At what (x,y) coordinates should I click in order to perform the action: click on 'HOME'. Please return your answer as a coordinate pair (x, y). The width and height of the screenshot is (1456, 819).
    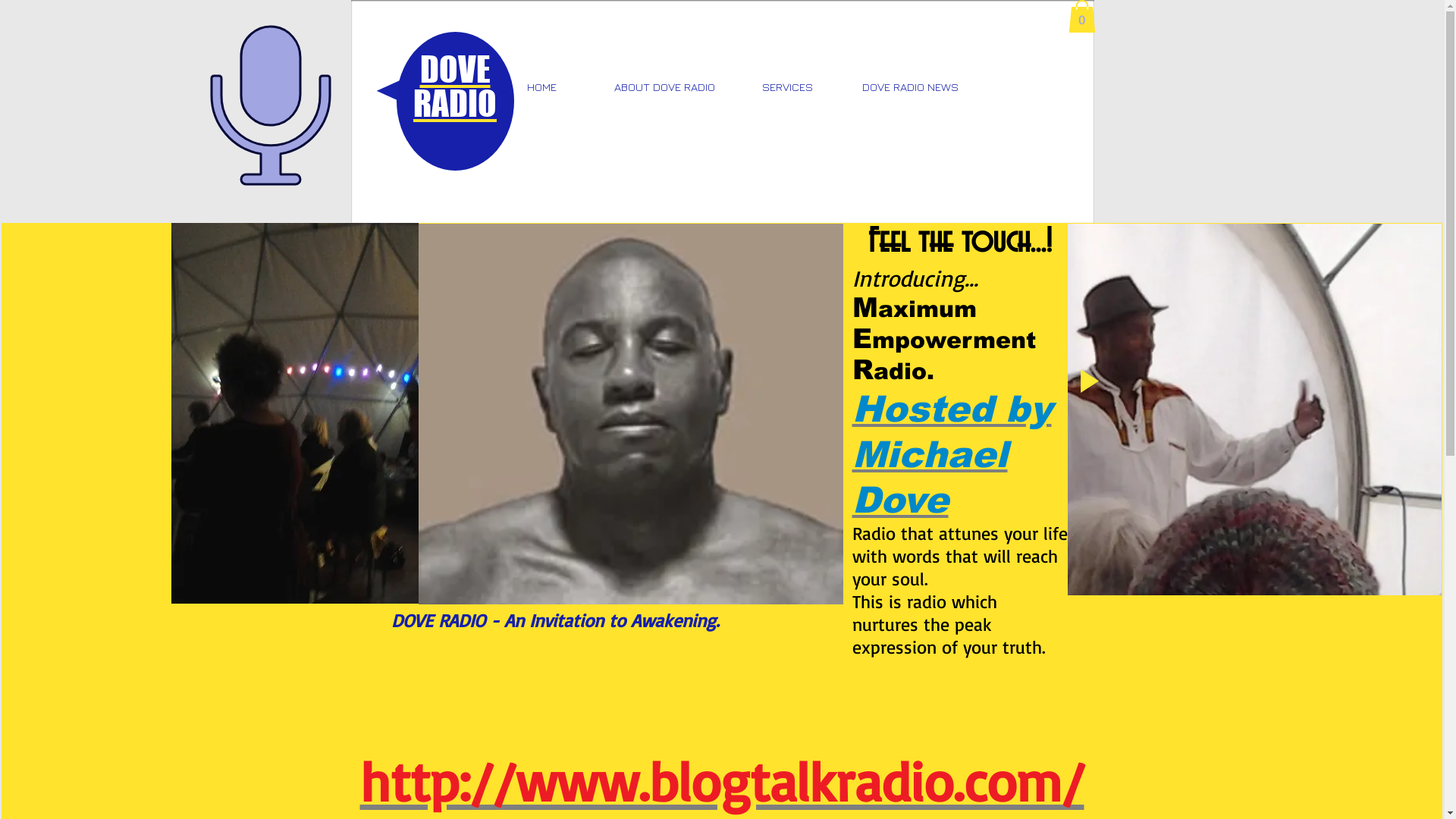
    Looking at the image, I should click on (479, 87).